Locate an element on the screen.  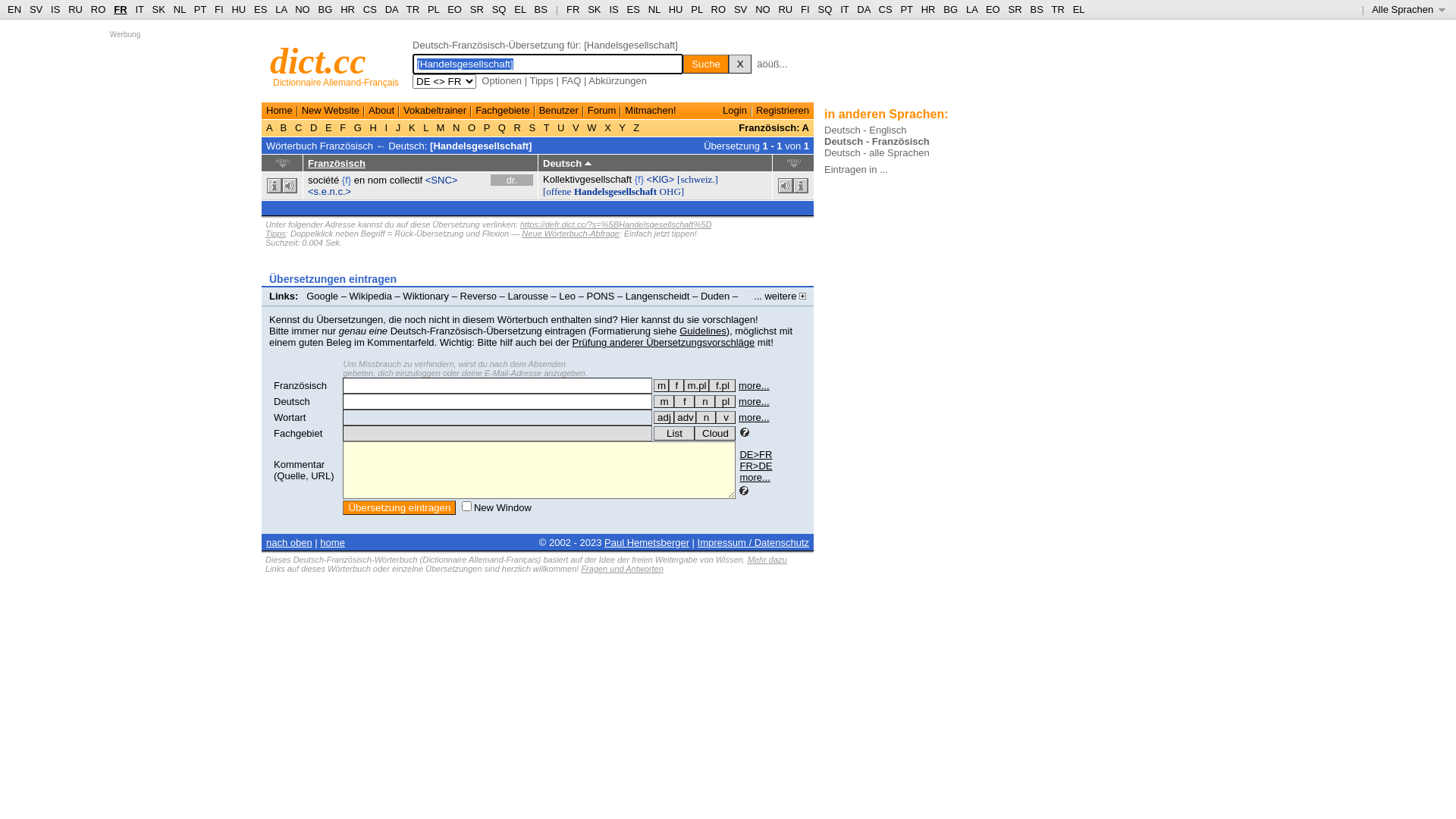
'n' is located at coordinates (704, 400).